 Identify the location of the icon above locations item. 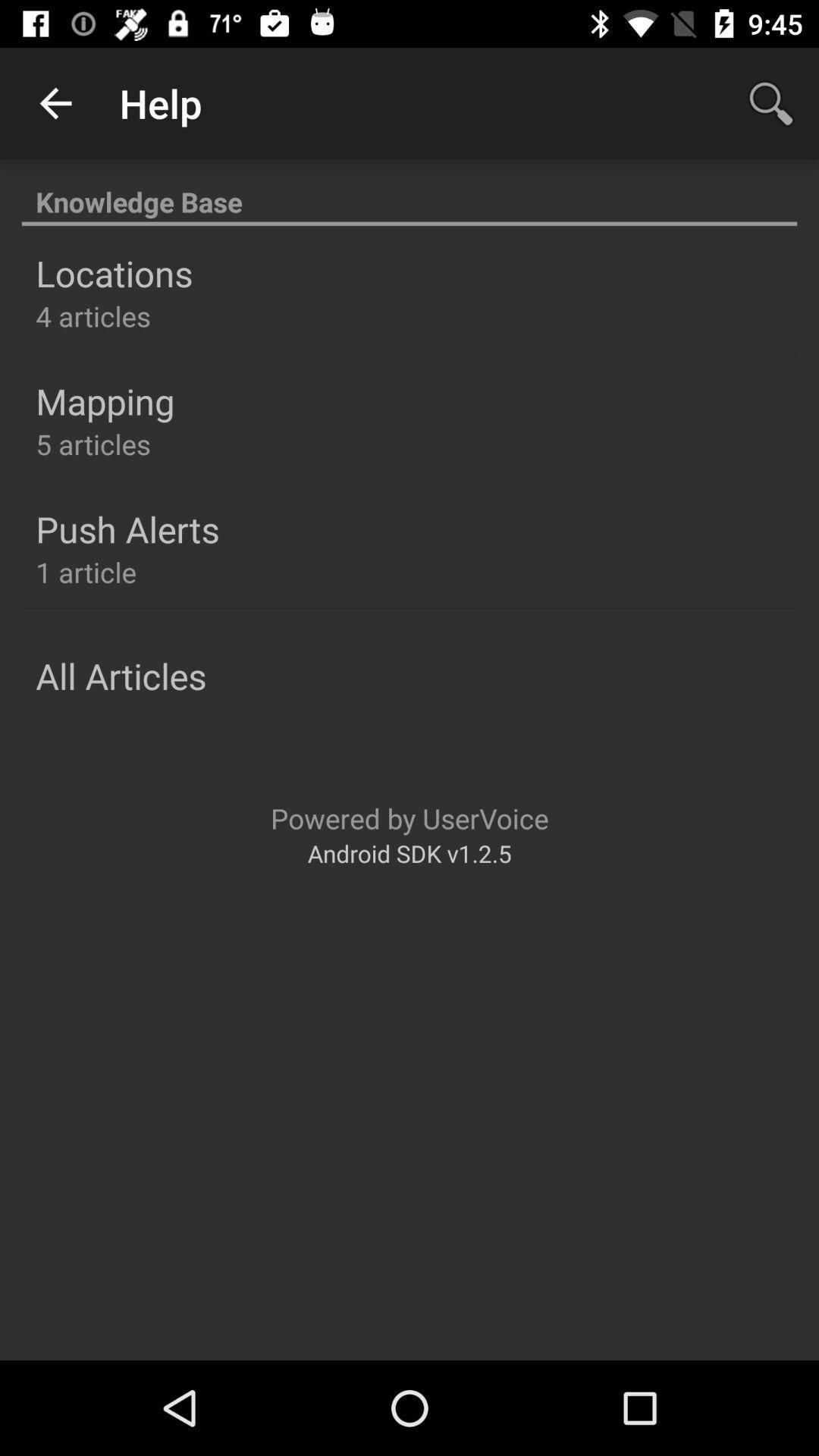
(409, 193).